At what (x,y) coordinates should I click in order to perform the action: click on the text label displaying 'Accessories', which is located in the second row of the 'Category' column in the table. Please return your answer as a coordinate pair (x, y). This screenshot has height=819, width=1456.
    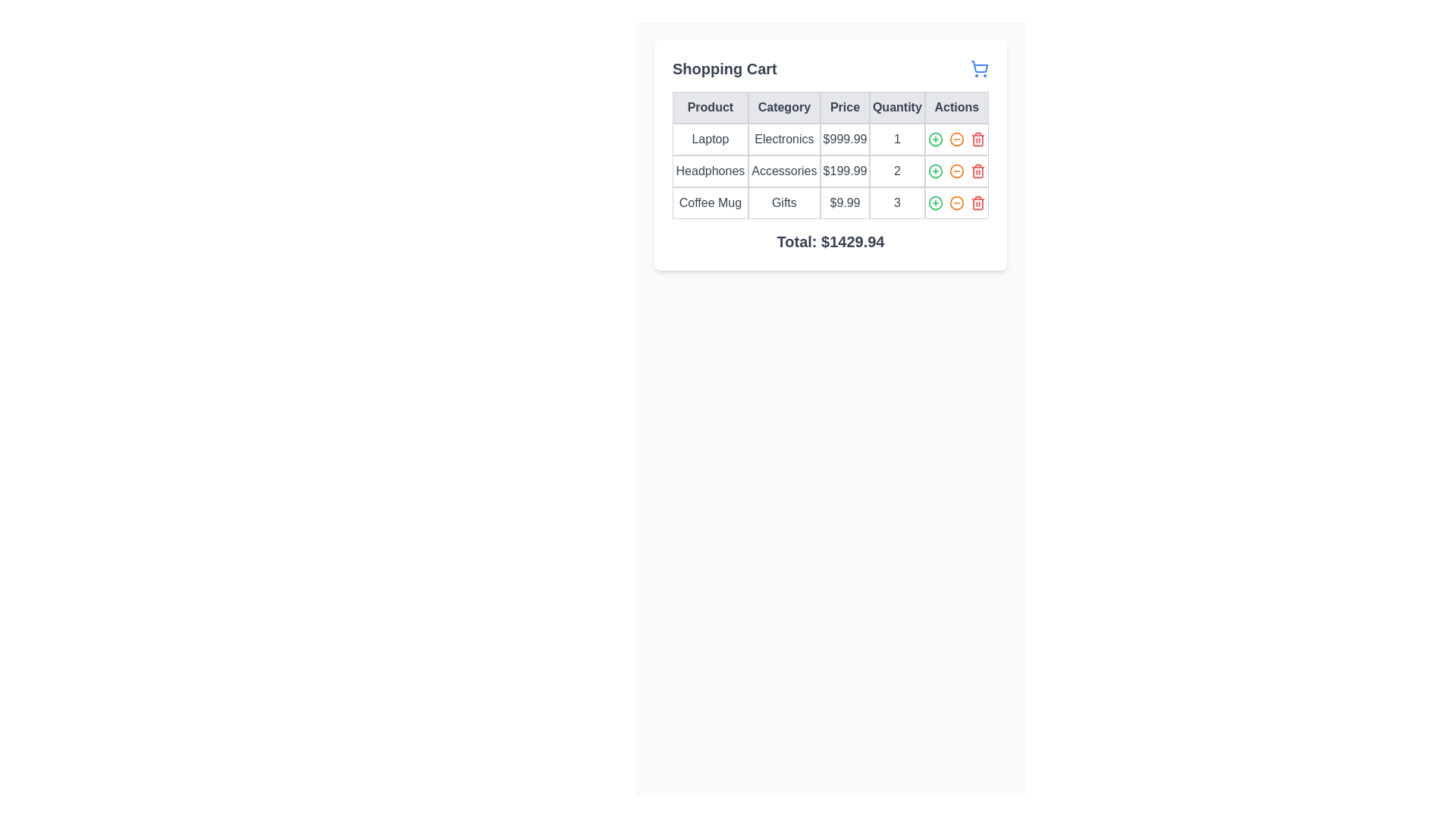
    Looking at the image, I should click on (784, 171).